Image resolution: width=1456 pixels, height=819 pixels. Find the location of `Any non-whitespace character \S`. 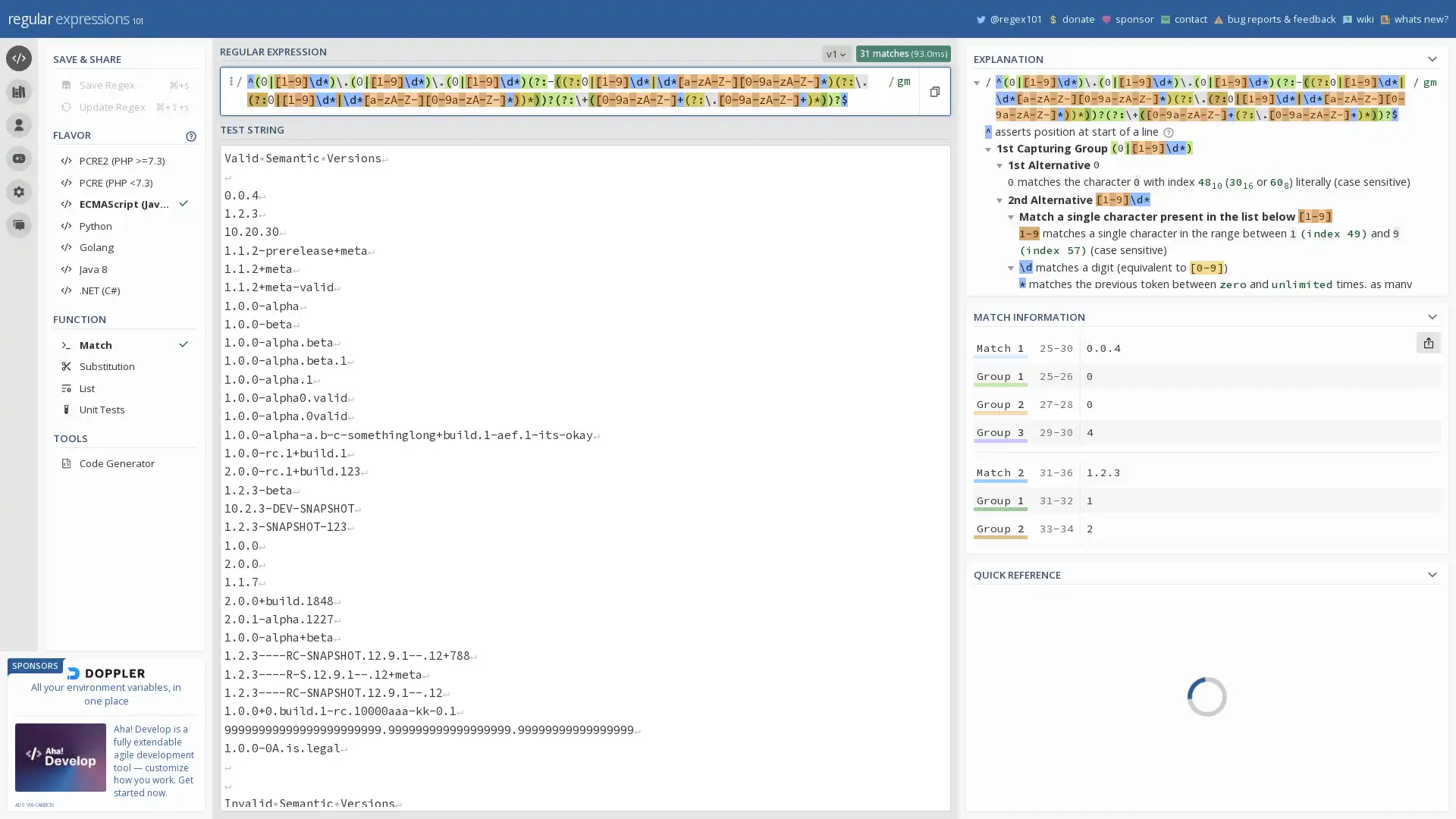

Any non-whitespace character \S is located at coordinates (1282, 773).